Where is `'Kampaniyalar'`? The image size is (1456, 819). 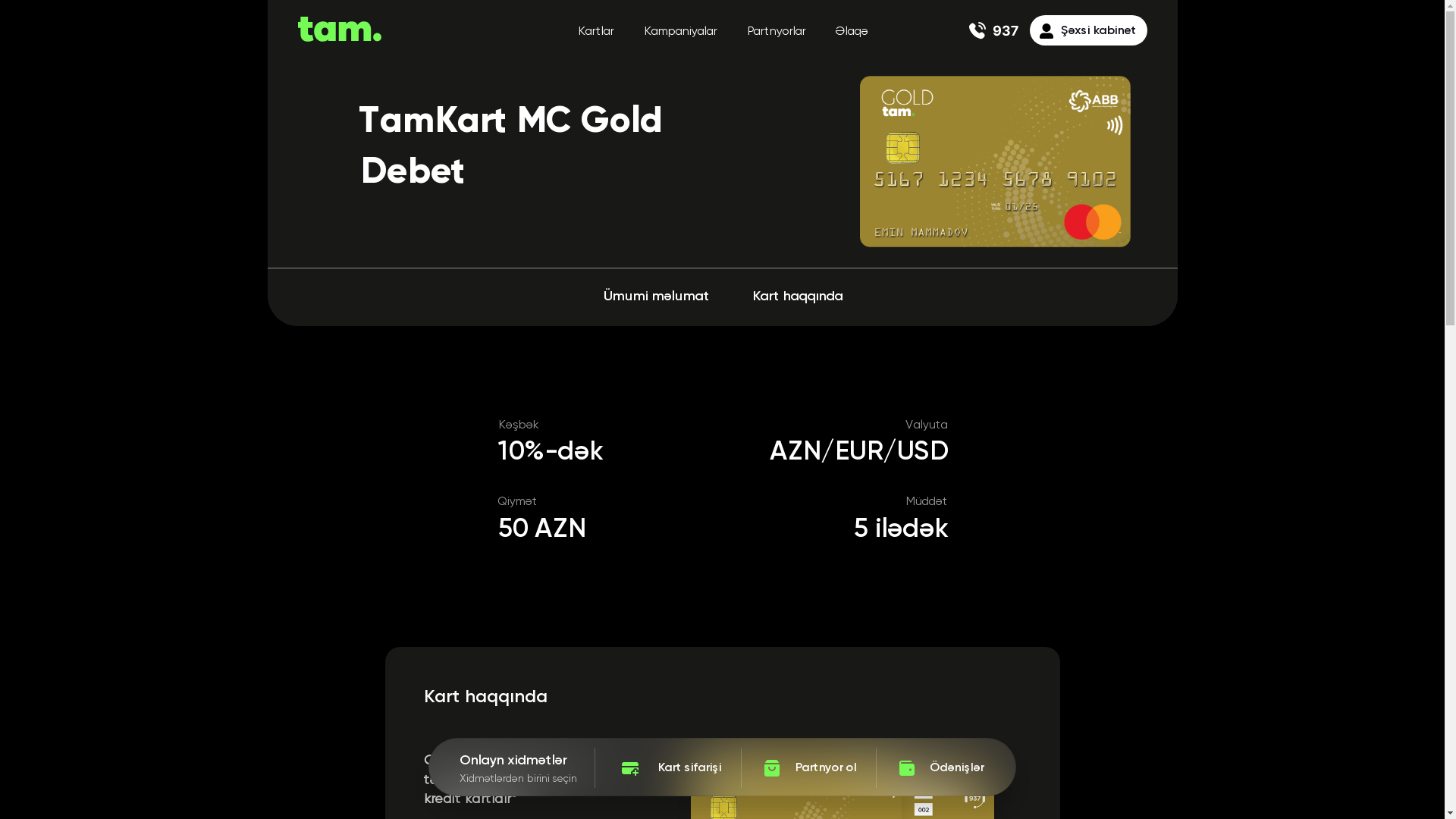
'Kampaniyalar' is located at coordinates (643, 32).